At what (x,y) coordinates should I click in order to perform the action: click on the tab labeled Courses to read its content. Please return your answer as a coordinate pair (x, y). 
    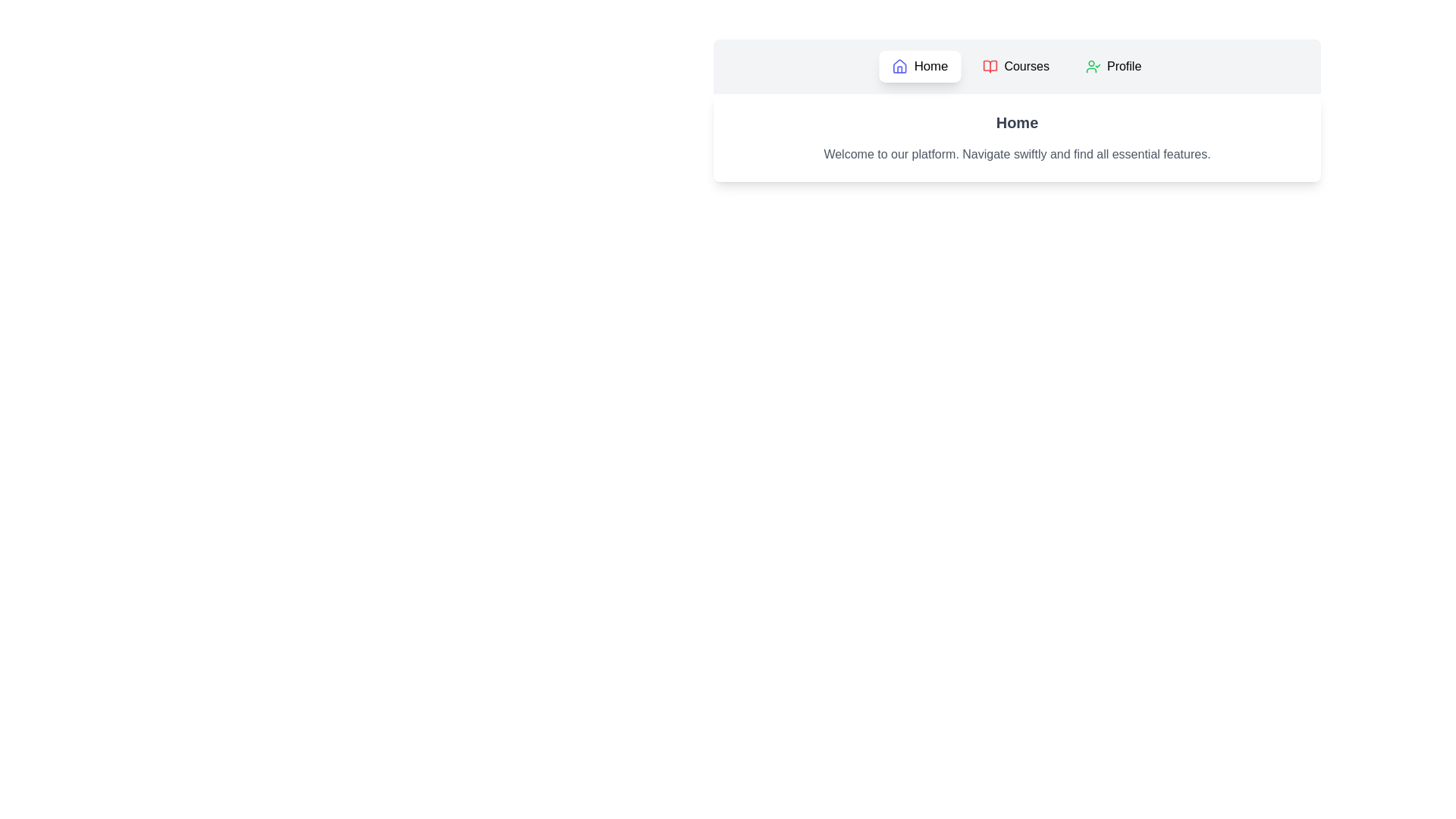
    Looking at the image, I should click on (1015, 66).